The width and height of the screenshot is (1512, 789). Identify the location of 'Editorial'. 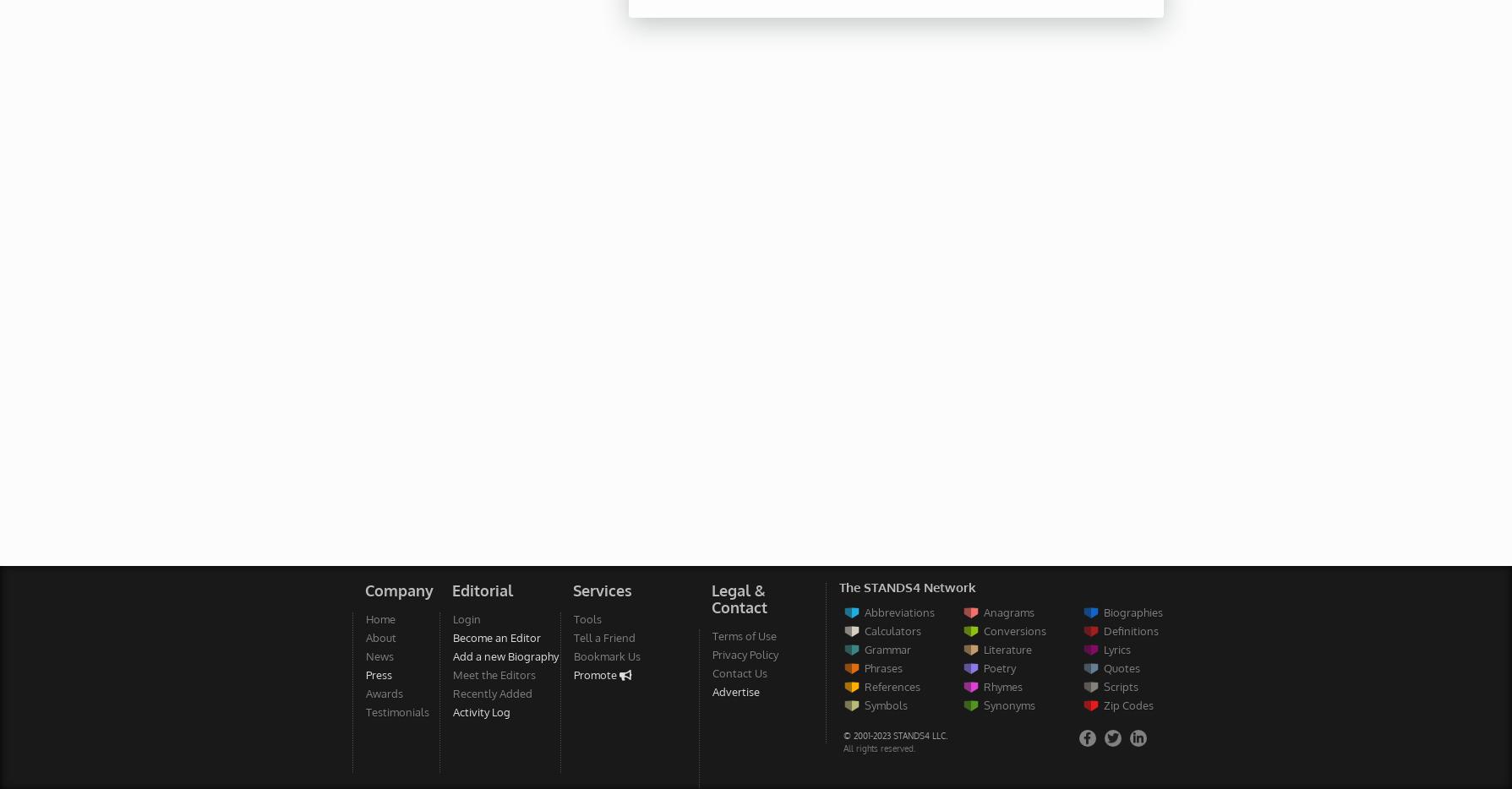
(480, 590).